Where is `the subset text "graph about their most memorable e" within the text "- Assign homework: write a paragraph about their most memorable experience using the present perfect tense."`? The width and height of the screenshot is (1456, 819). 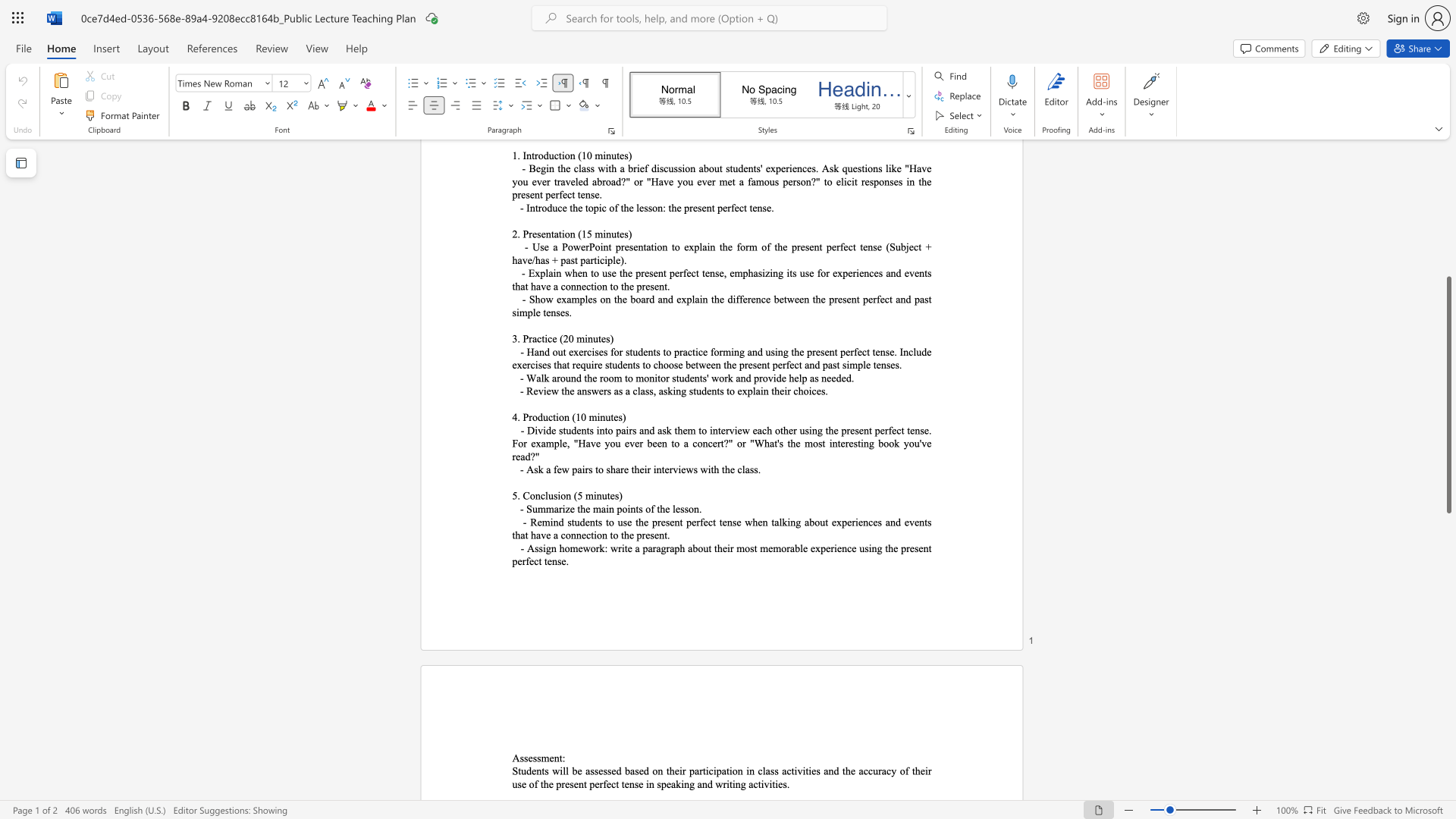
the subset text "graph about their most memorable e" within the text "- Assign homework: write a paragraph about their most memorable experience using the present perfect tense." is located at coordinates (661, 548).